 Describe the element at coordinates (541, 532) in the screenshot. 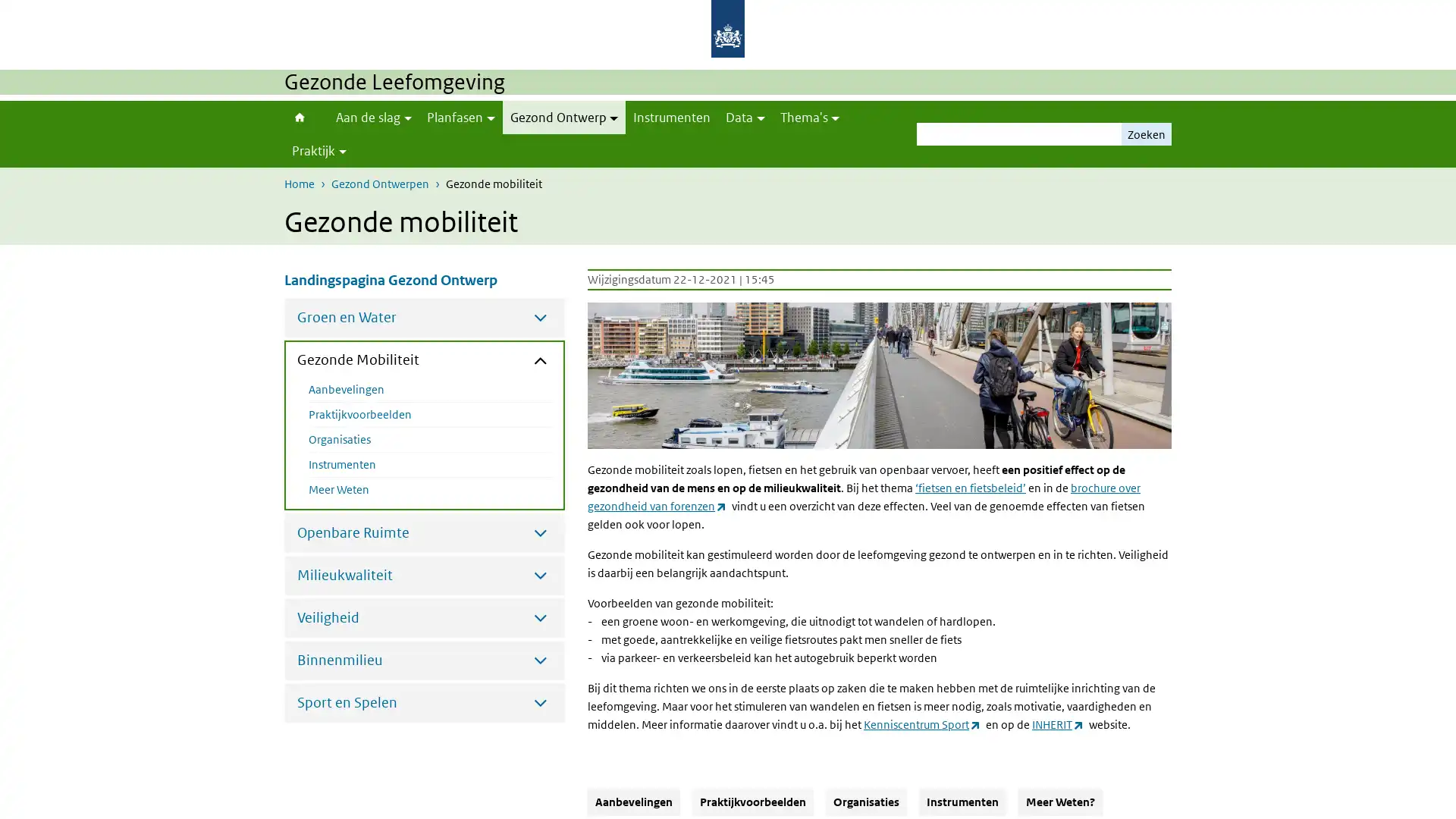

I see `Submenu openen` at that location.